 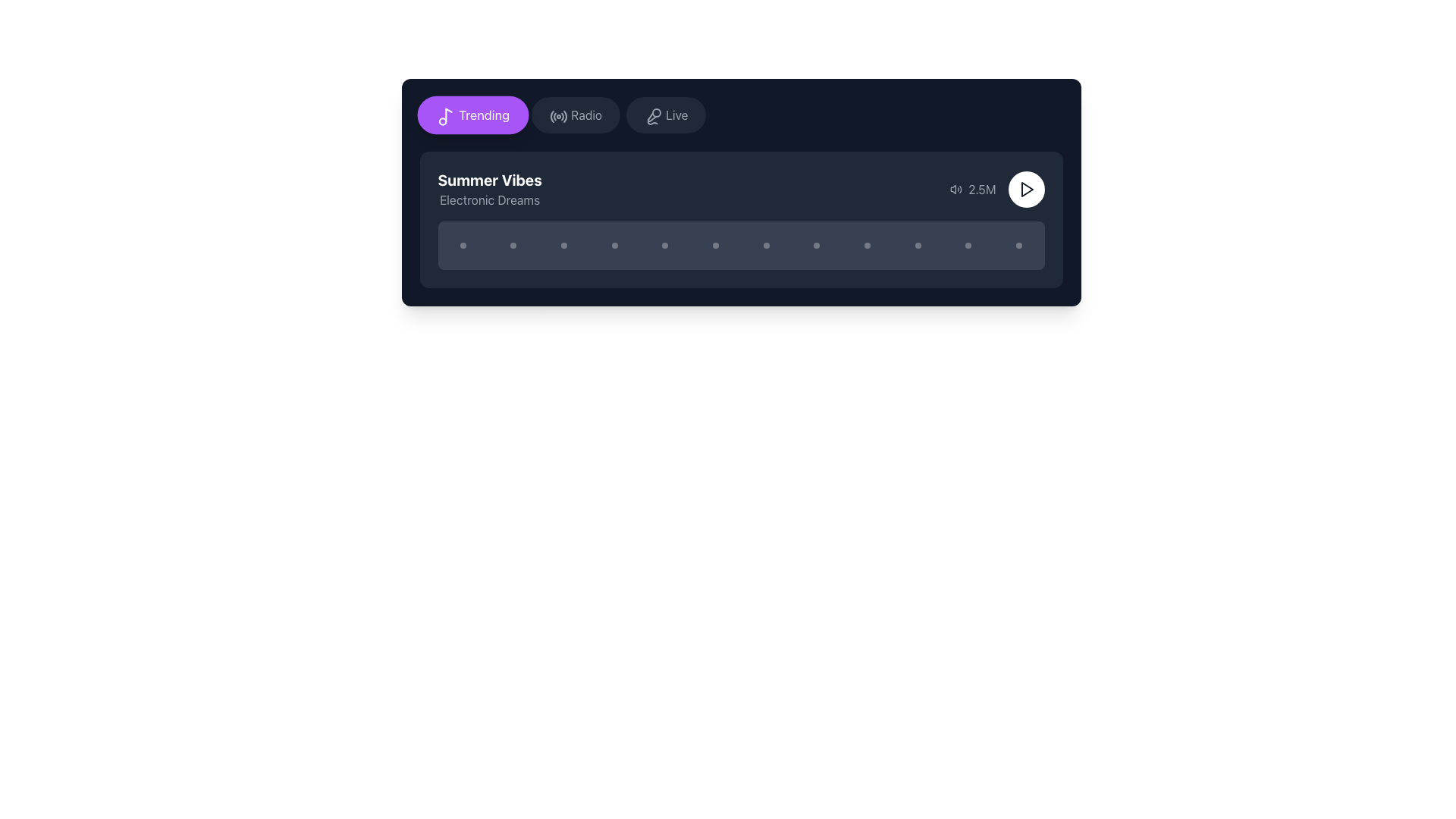 What do you see at coordinates (558, 116) in the screenshot?
I see `the 'Radio' button icon located in the navigation bar` at bounding box center [558, 116].